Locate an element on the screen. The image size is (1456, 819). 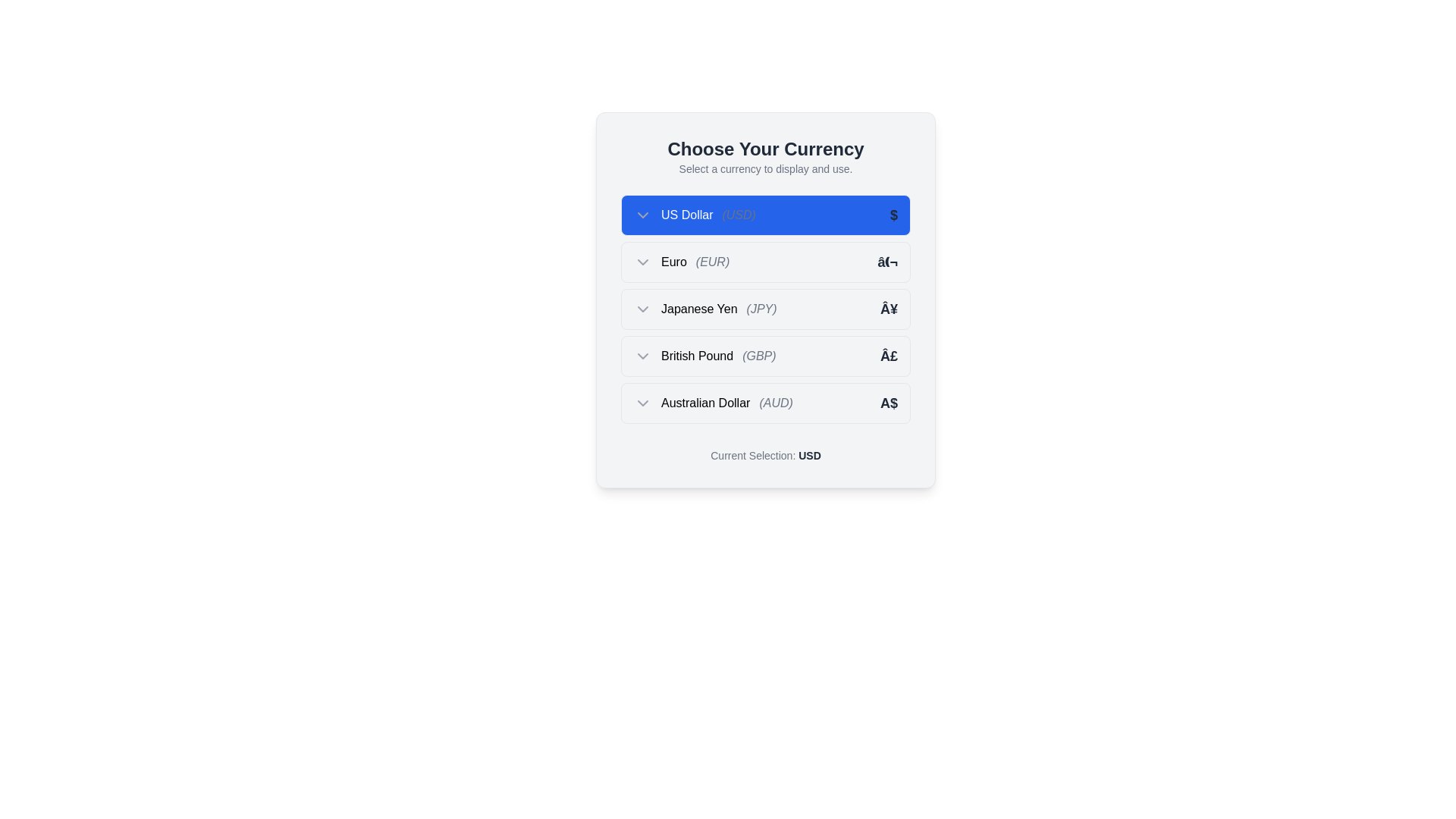
text label displaying the currency name 'Euro', which is the third element in the currency selection group within the dropdown menu is located at coordinates (673, 262).